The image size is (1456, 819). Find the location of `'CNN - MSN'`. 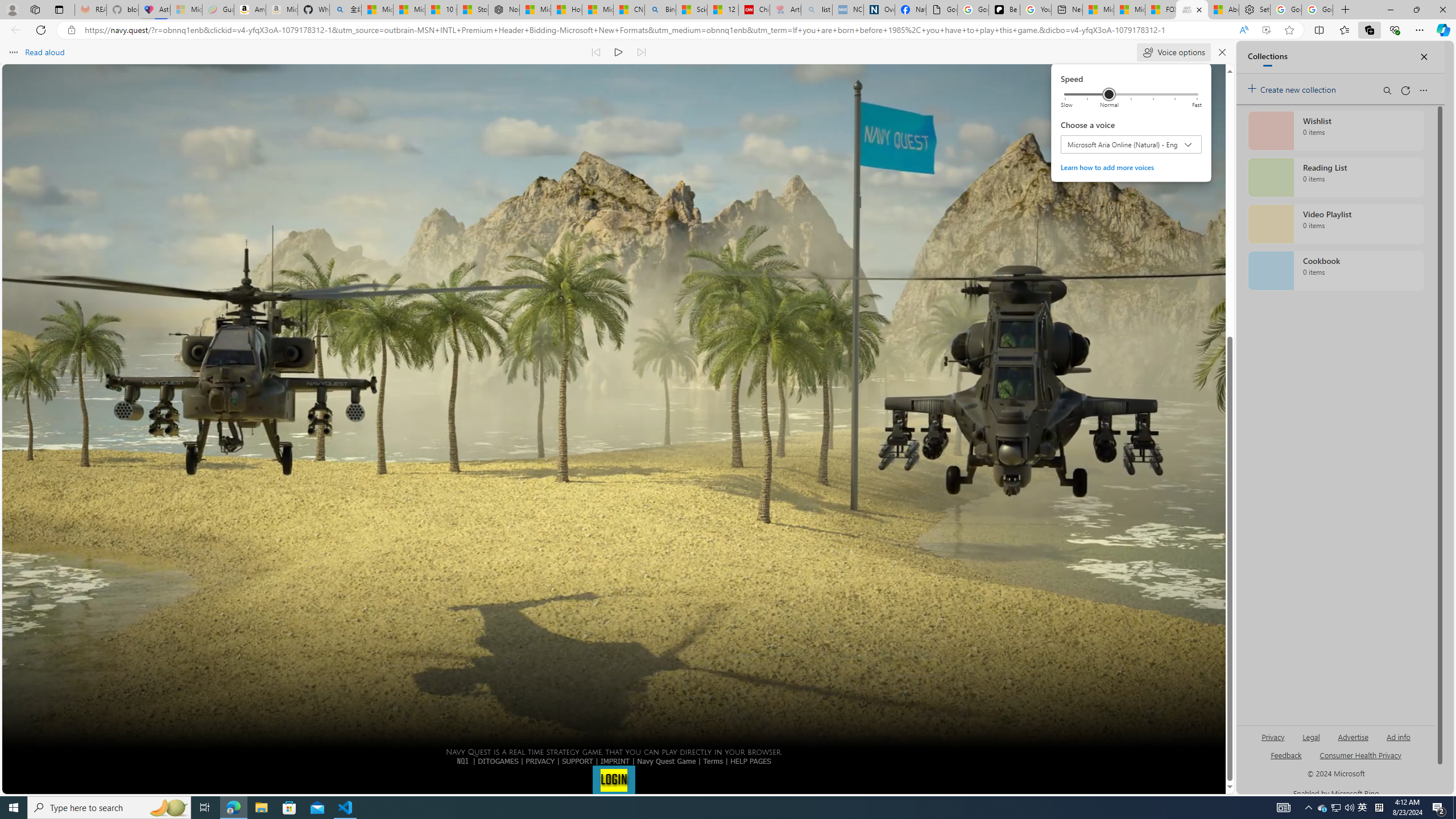

'CNN - MSN' is located at coordinates (628, 9).